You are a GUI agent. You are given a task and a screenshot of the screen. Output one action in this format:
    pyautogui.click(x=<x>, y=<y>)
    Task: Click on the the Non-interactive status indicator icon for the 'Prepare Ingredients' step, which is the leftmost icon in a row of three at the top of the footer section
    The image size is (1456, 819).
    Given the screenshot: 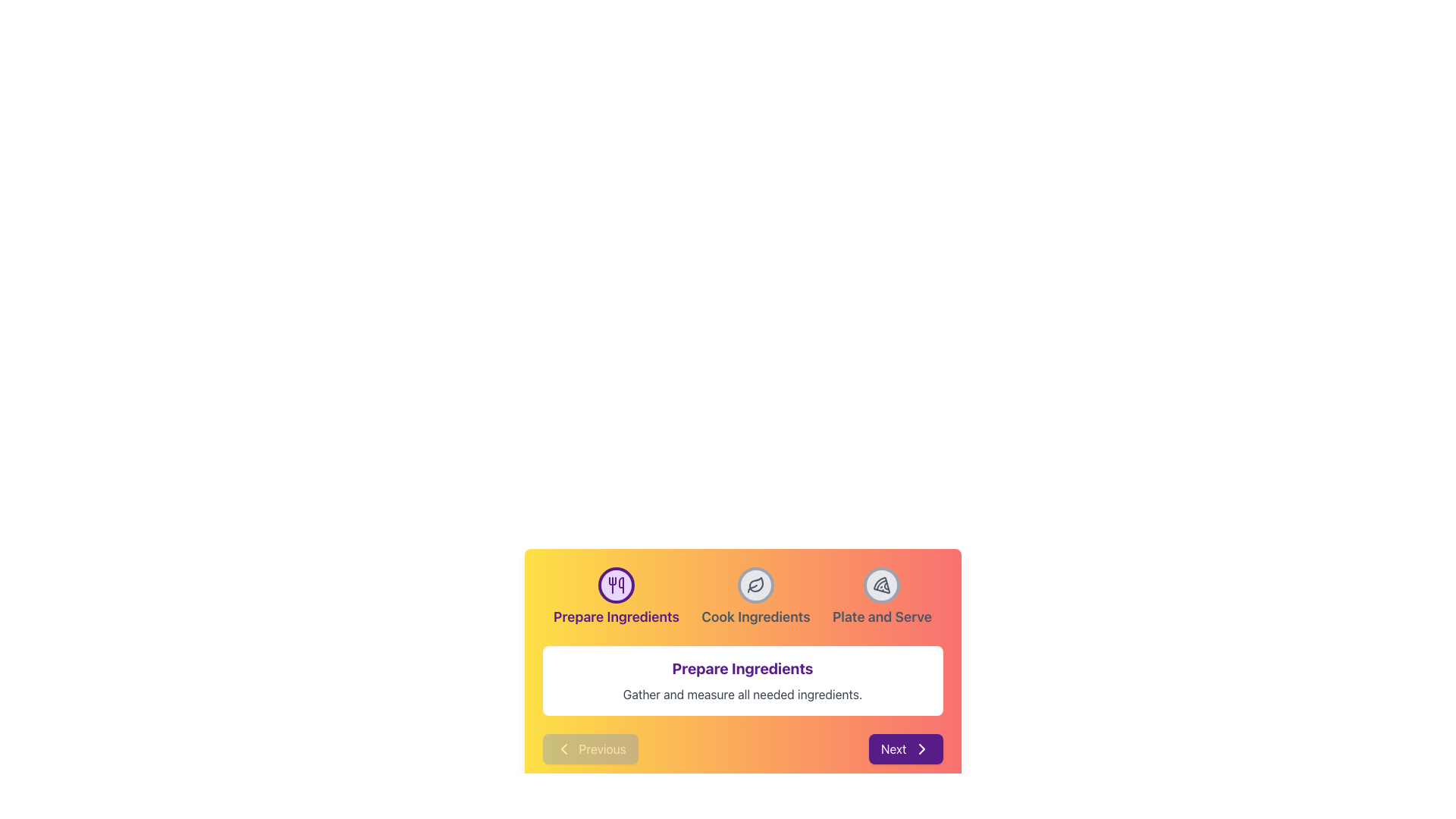 What is the action you would take?
    pyautogui.click(x=617, y=584)
    